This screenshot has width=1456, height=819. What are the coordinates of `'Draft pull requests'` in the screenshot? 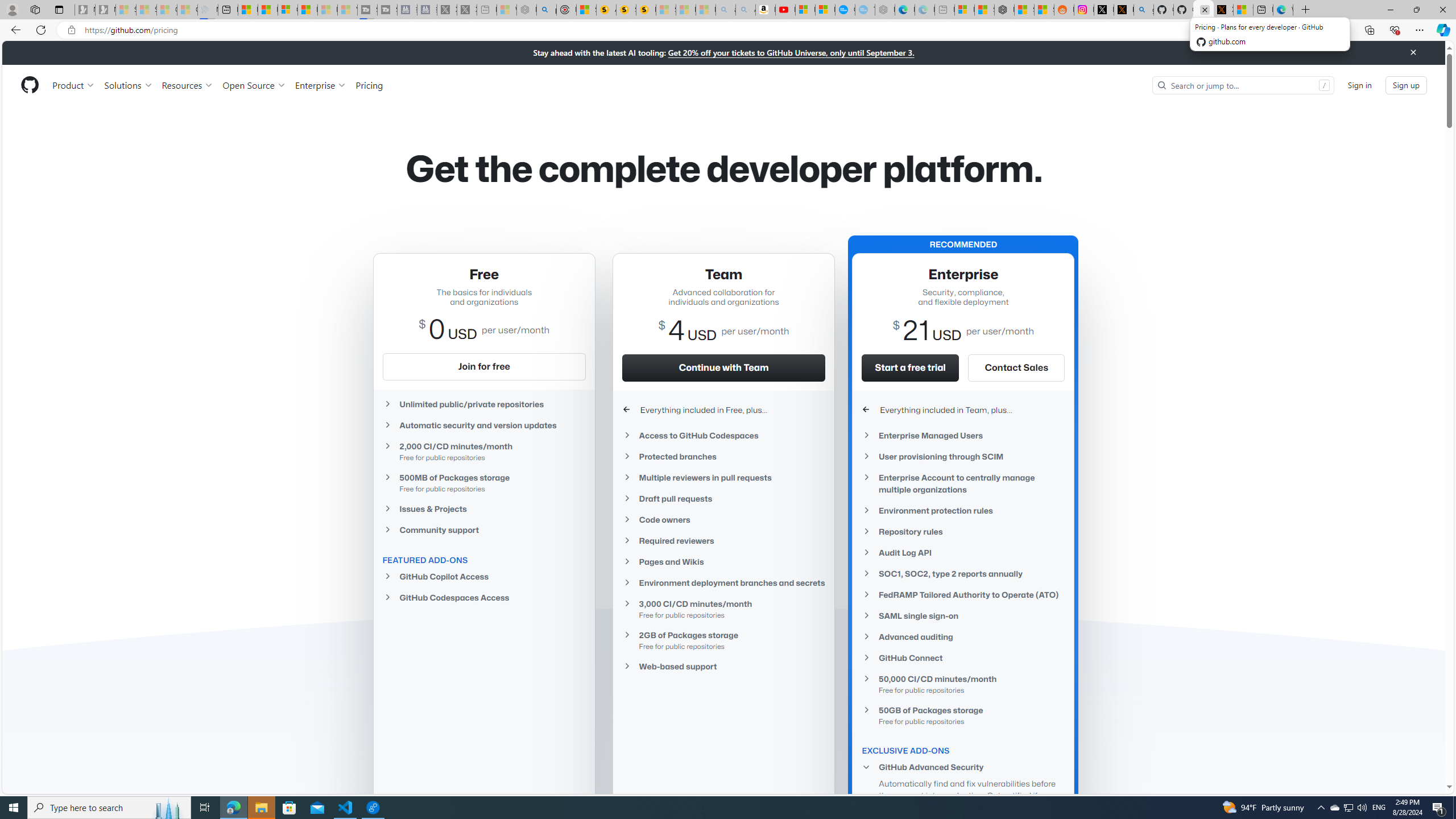 It's located at (723, 498).